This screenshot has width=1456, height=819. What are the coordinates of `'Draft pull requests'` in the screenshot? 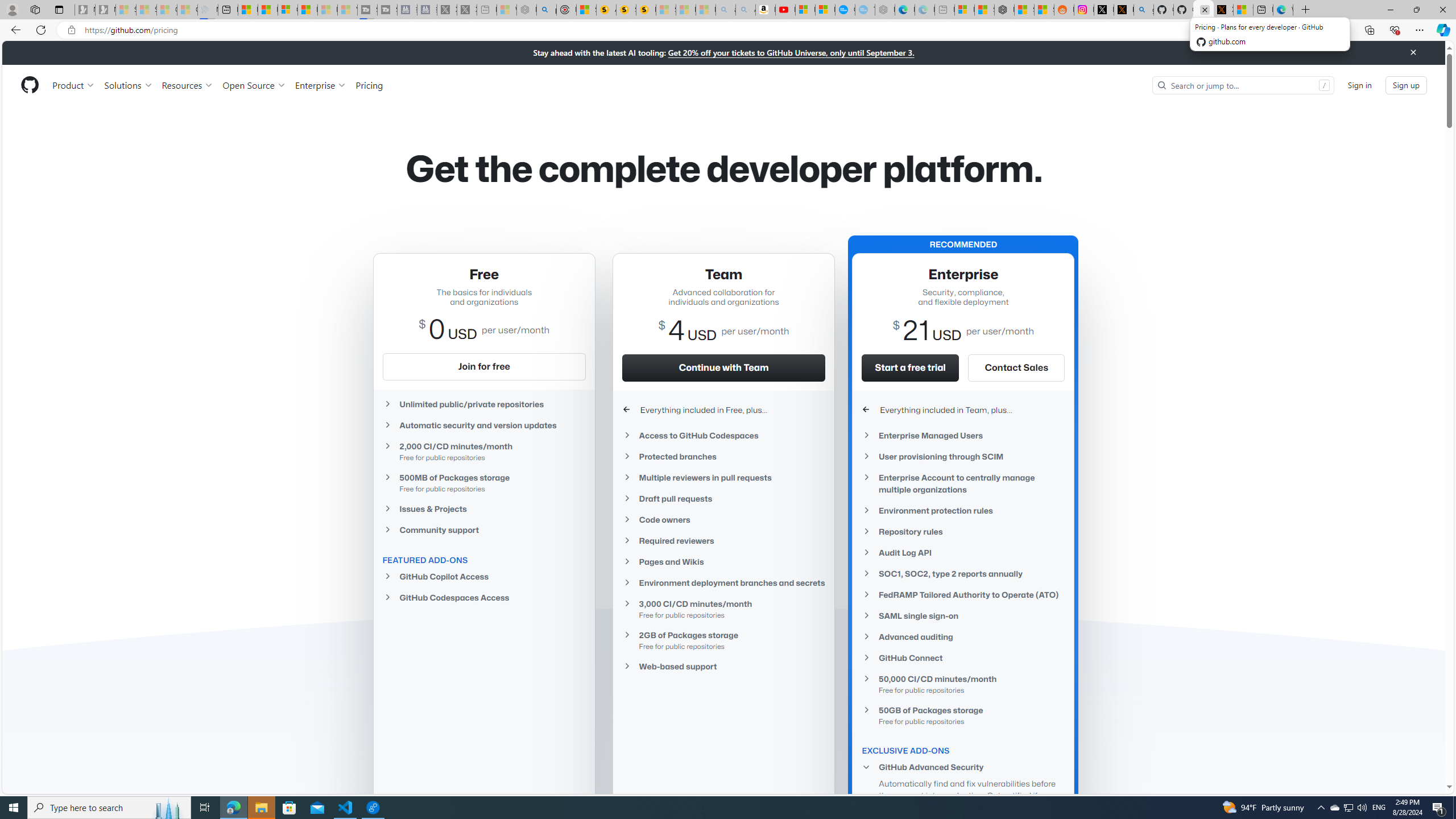 It's located at (723, 498).